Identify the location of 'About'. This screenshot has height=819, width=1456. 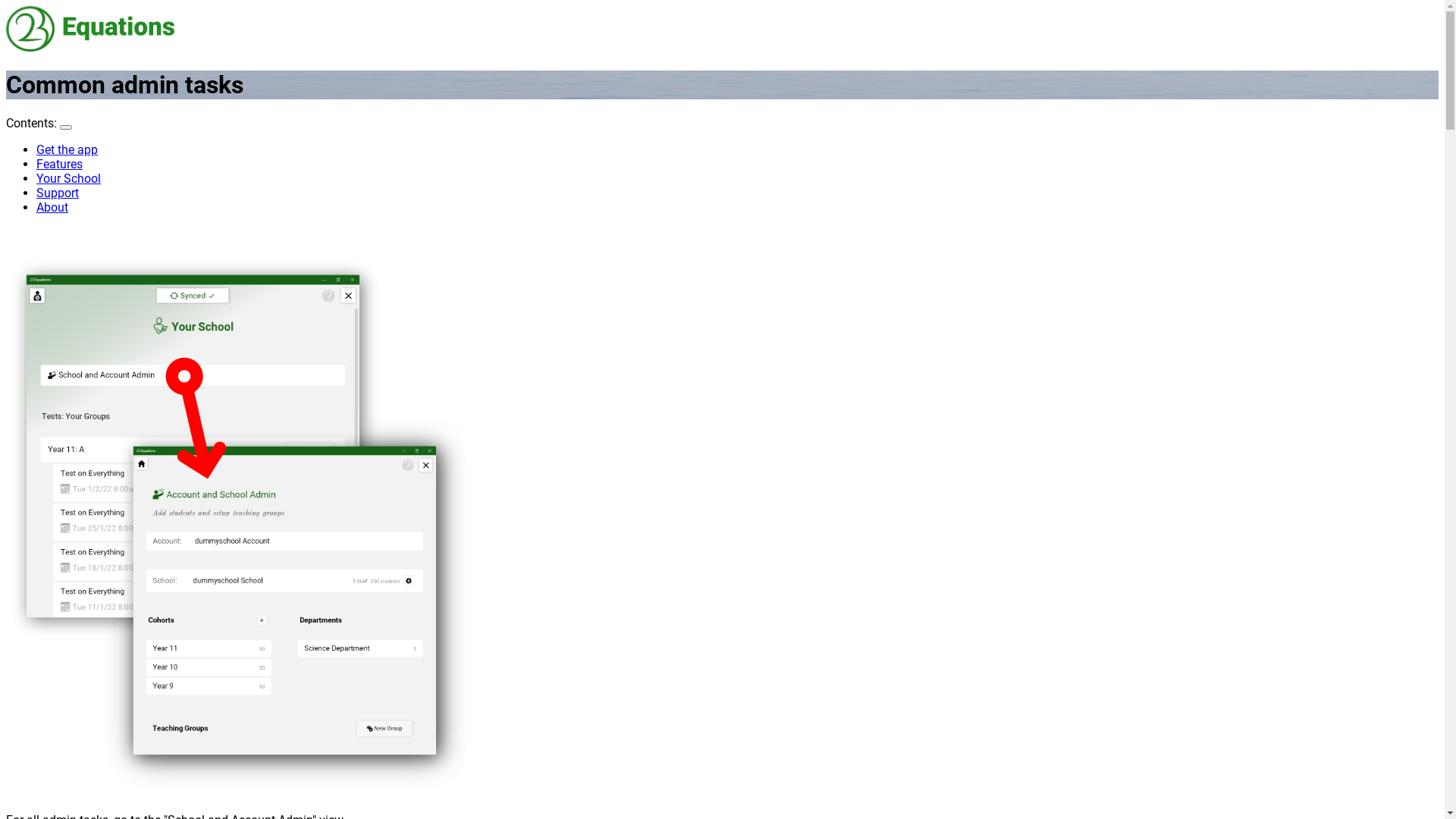
(36, 207).